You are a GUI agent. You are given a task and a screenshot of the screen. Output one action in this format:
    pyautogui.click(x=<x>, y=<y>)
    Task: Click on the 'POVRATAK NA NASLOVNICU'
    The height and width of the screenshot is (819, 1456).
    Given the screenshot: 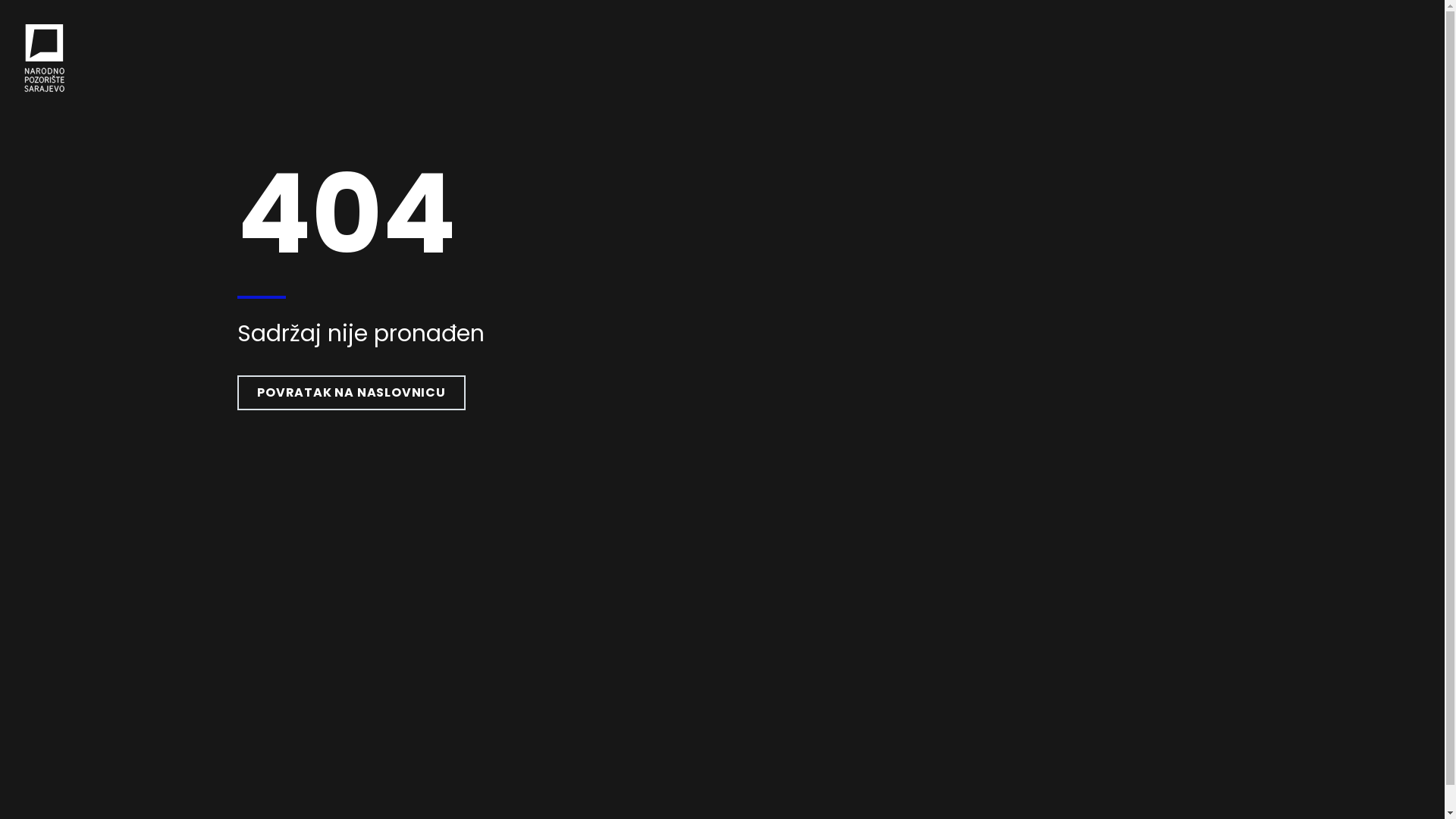 What is the action you would take?
    pyautogui.click(x=350, y=391)
    